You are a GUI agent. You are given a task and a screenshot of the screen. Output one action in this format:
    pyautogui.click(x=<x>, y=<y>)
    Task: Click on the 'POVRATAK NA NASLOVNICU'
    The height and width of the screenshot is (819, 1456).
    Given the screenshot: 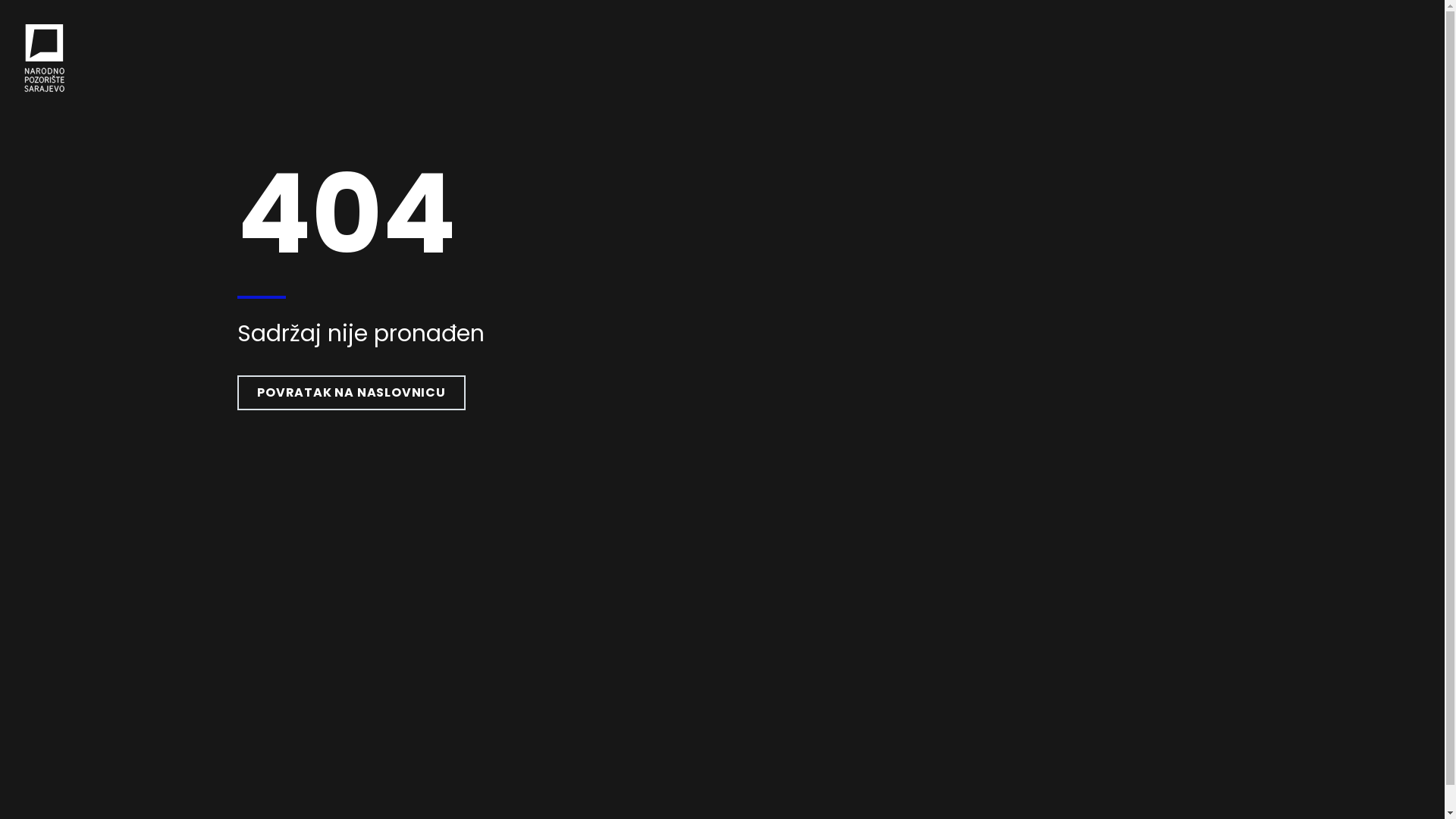 What is the action you would take?
    pyautogui.click(x=350, y=391)
    